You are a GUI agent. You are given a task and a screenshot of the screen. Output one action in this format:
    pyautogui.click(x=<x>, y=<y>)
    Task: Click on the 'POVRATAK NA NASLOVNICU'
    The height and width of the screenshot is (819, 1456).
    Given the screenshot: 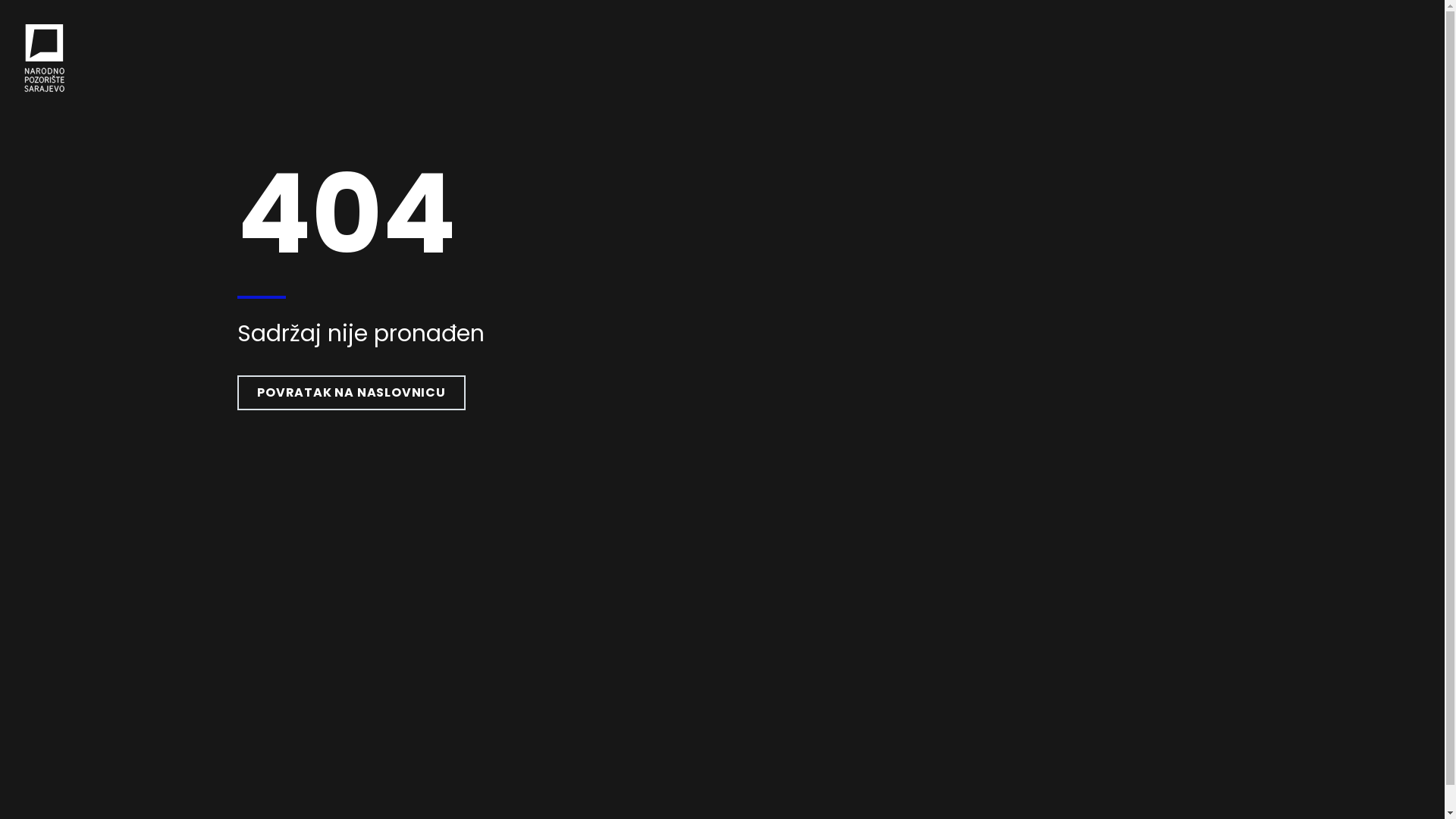 What is the action you would take?
    pyautogui.click(x=350, y=391)
    